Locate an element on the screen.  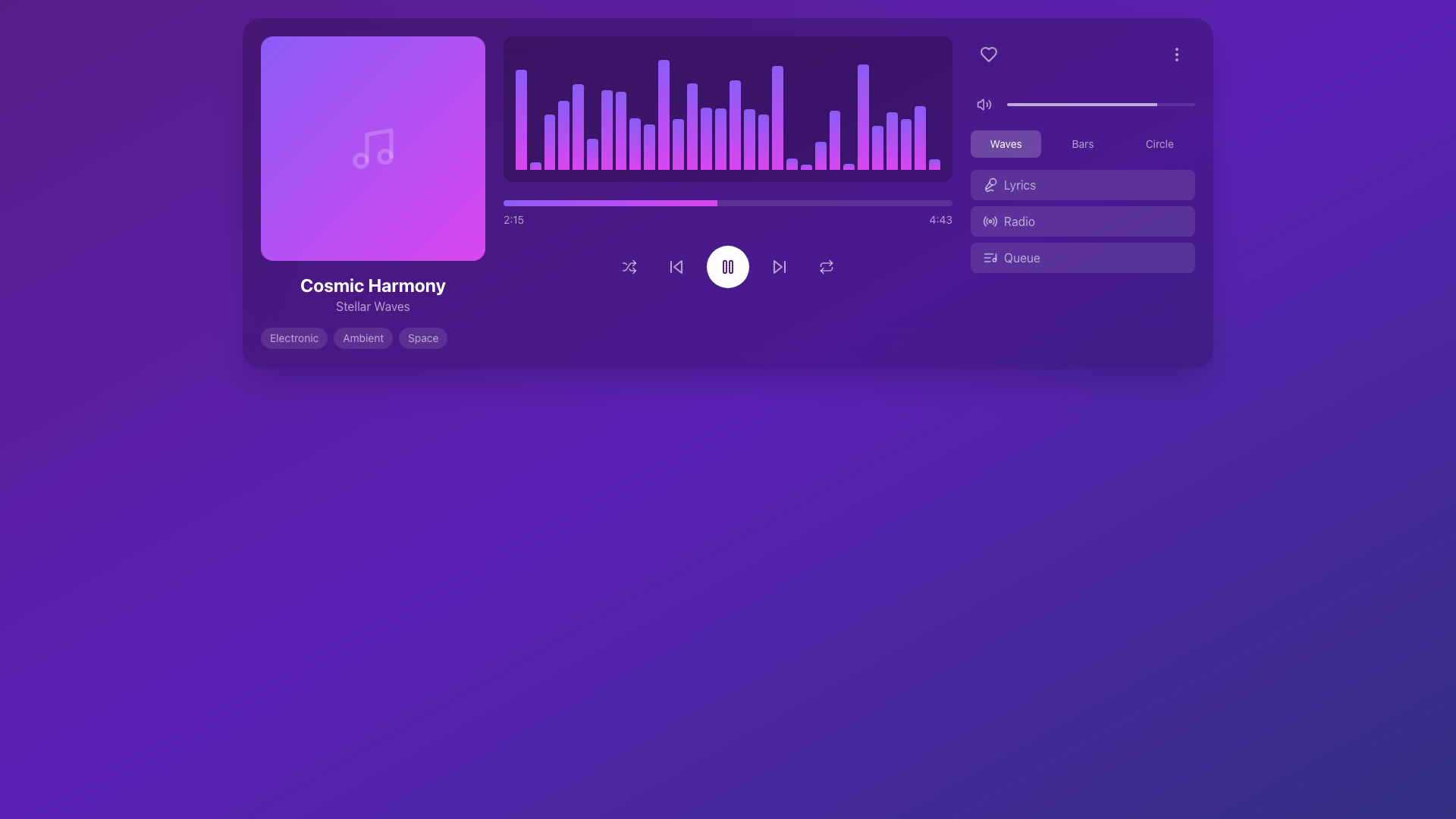
the pause icon button, which is styled with purple coloring and located at the center of the music control bar, to potentially display a tooltip is located at coordinates (728, 265).